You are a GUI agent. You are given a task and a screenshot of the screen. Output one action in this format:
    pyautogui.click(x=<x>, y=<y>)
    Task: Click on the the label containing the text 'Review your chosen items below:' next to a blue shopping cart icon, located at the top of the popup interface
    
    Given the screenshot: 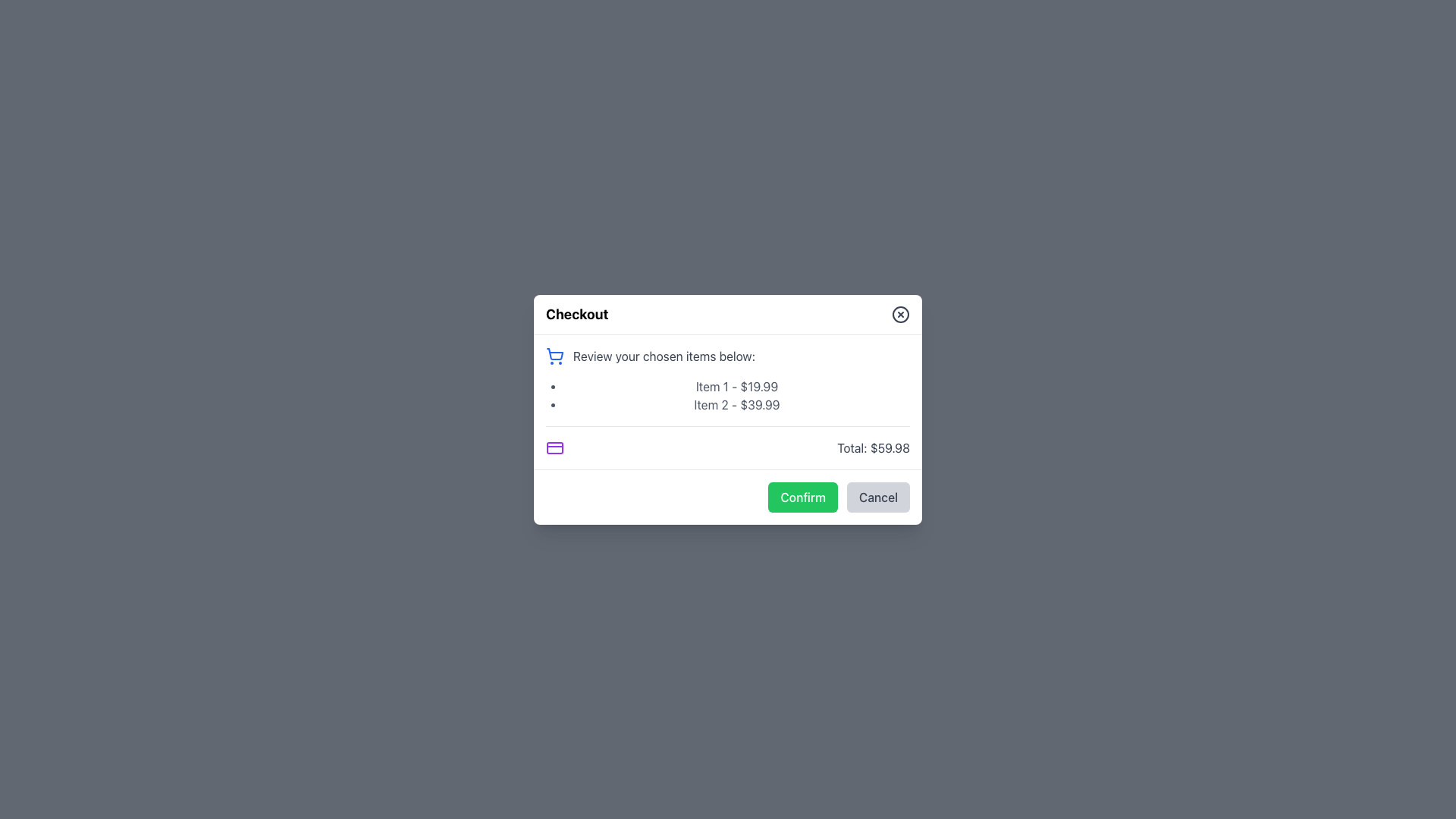 What is the action you would take?
    pyautogui.click(x=728, y=356)
    